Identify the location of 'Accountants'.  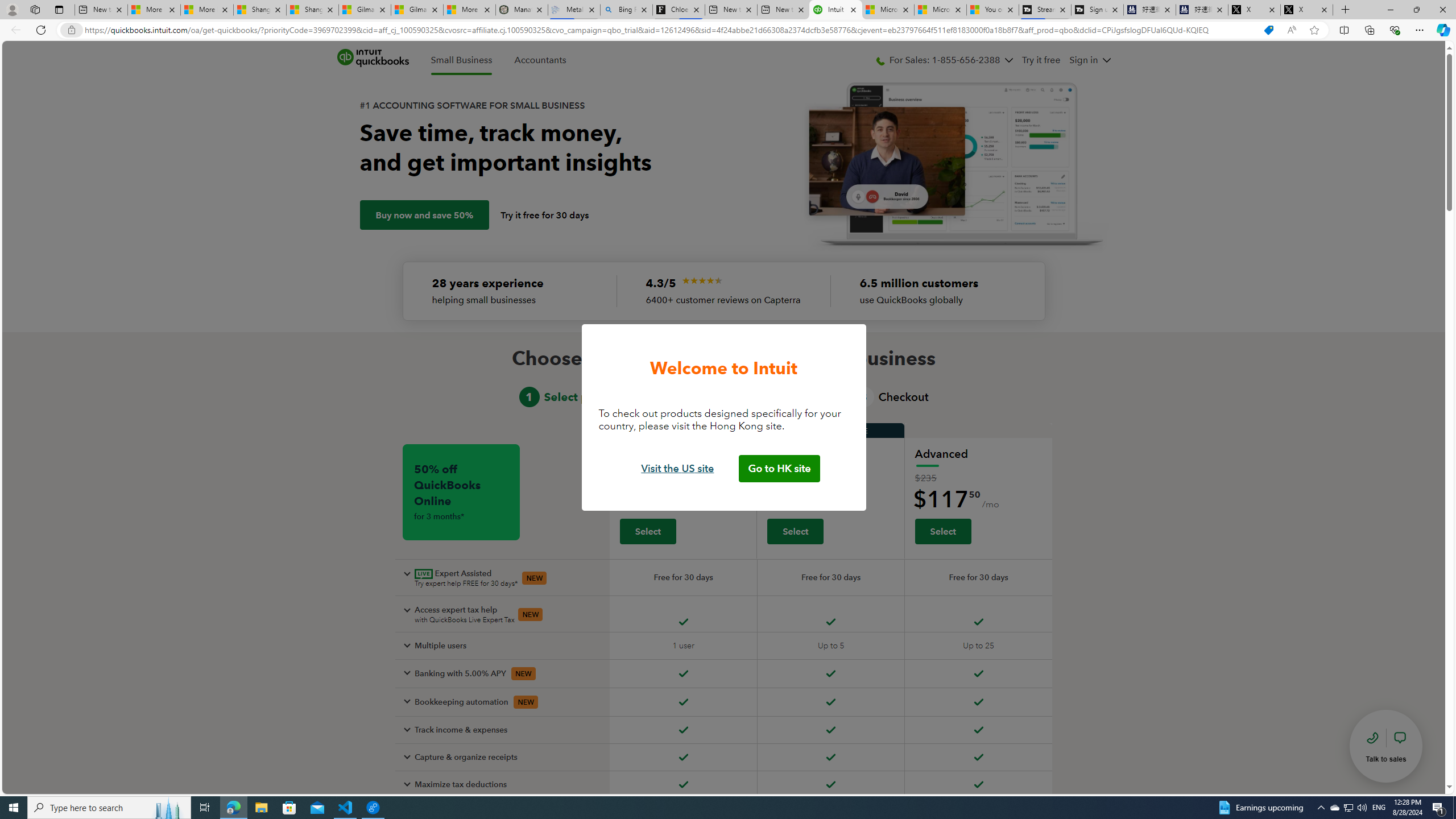
(540, 60).